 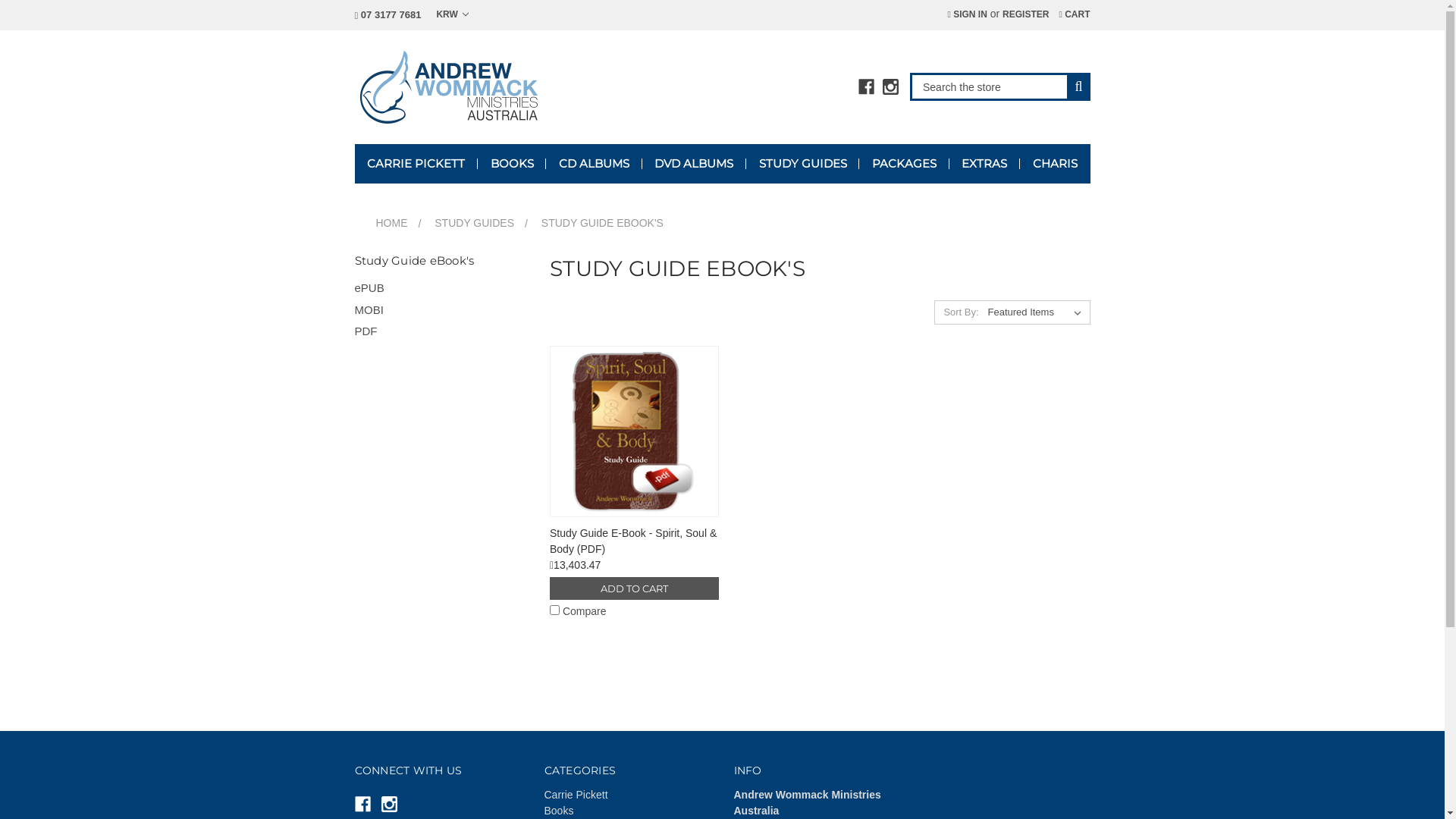 I want to click on 'Books', so click(x=544, y=809).